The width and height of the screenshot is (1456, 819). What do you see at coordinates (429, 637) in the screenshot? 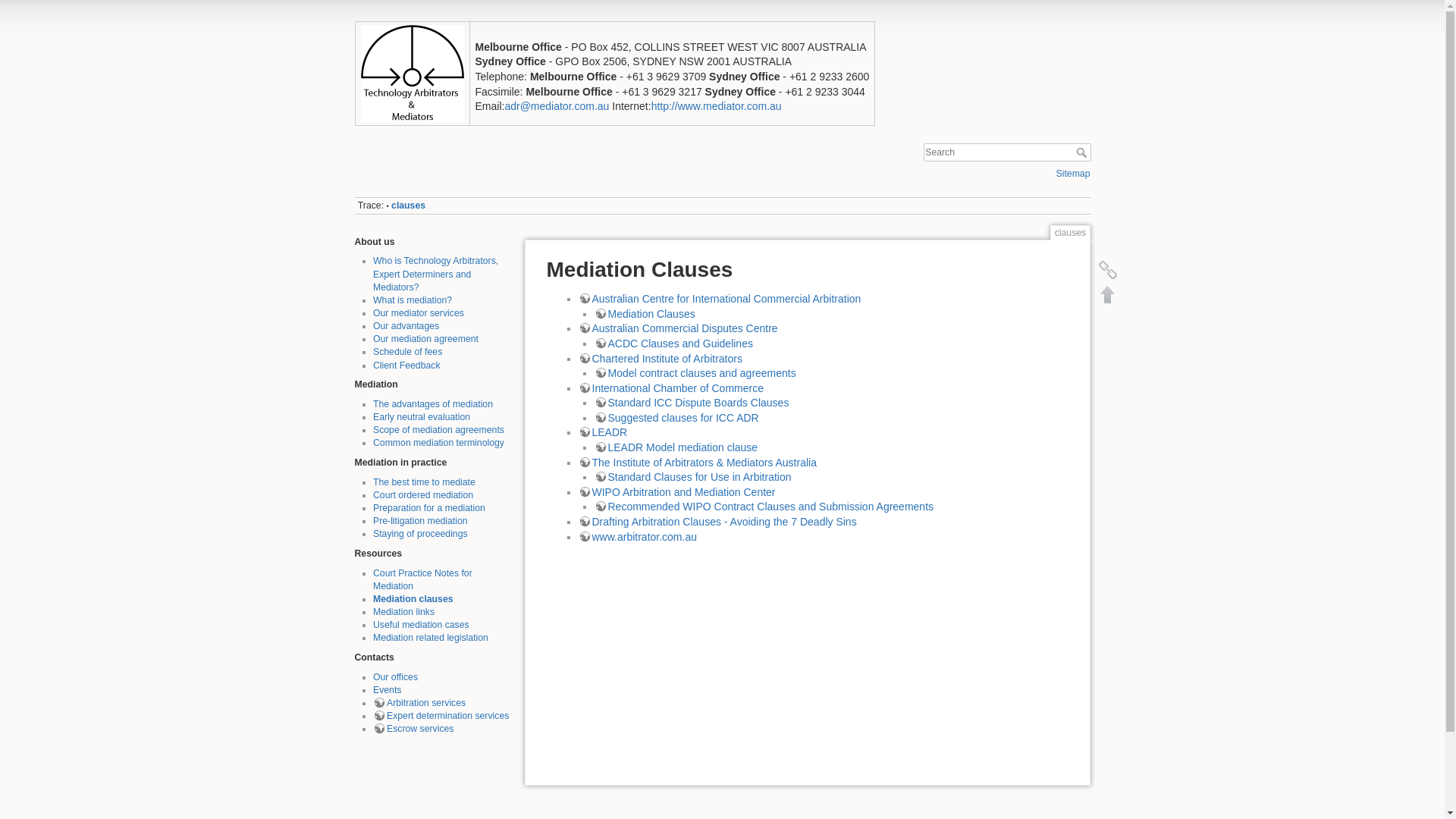
I see `'Mediation related legislation'` at bounding box center [429, 637].